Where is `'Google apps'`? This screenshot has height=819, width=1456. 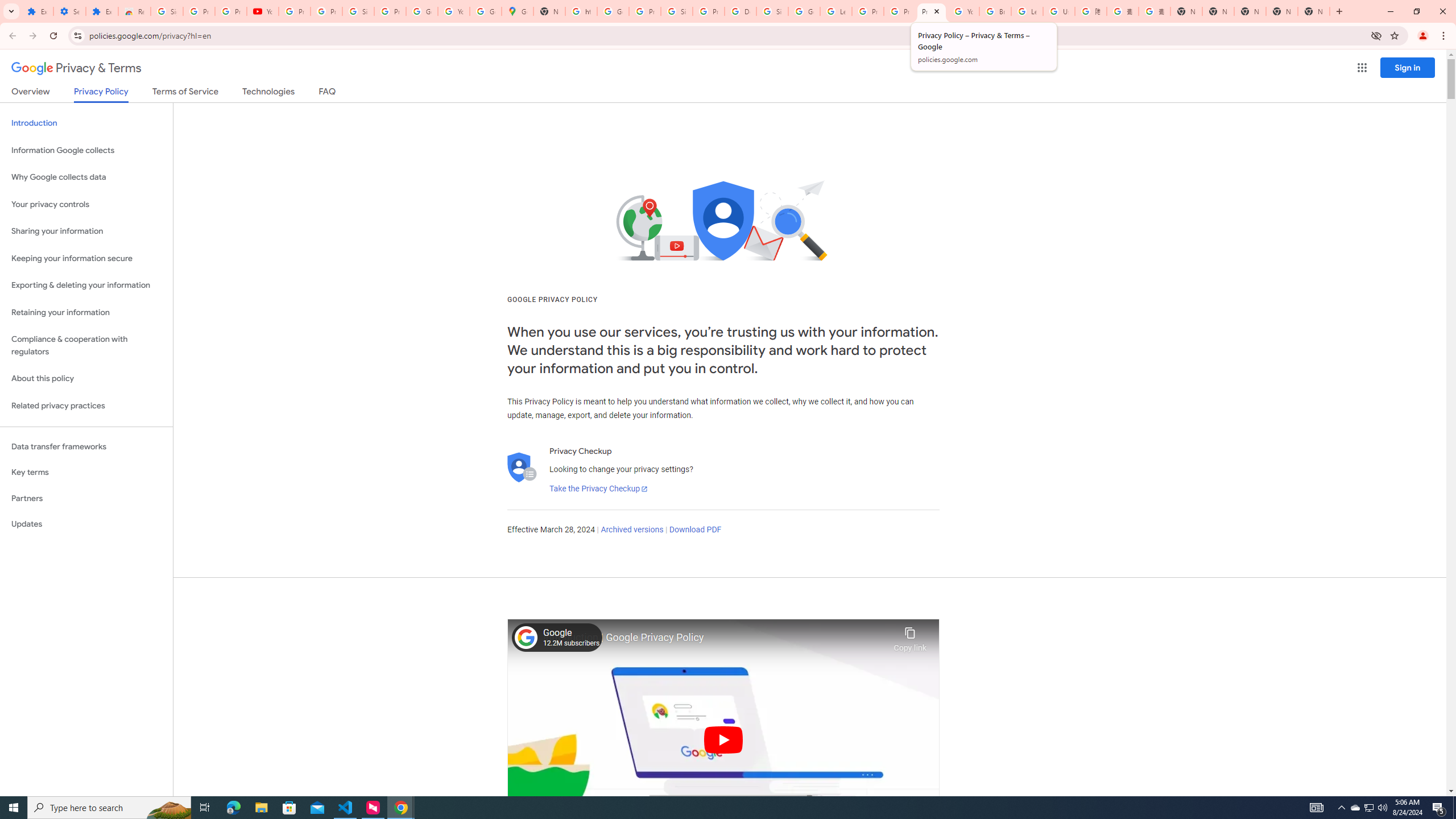
'Google apps' is located at coordinates (1361, 67).